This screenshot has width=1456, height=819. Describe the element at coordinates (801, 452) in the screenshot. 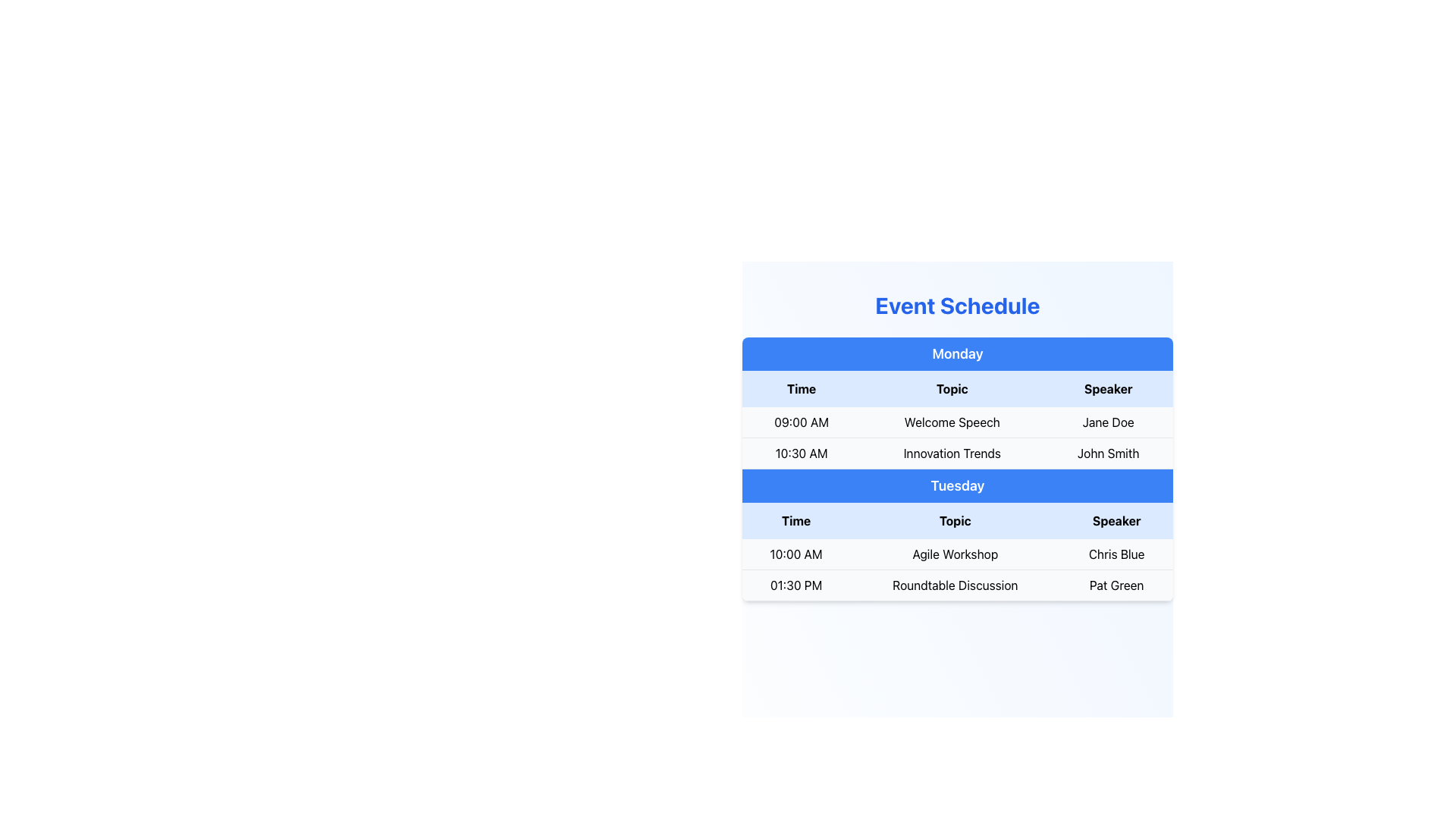

I see `the time label indicating the starting time for a session in the Monday schedule section, located in the first column of the second row of the table` at that location.